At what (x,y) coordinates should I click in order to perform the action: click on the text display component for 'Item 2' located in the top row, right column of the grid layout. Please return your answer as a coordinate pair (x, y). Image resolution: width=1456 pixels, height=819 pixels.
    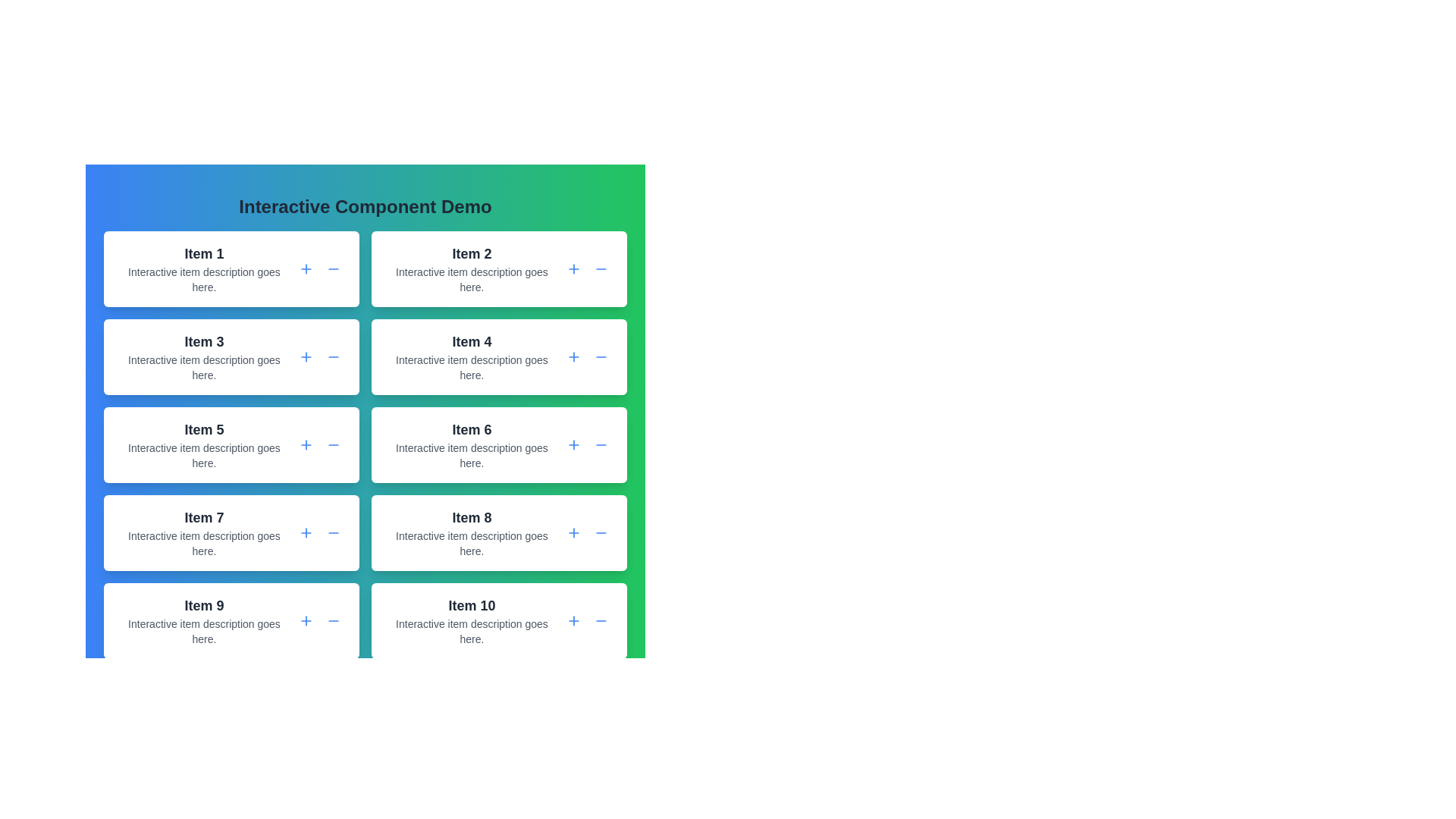
    Looking at the image, I should click on (471, 268).